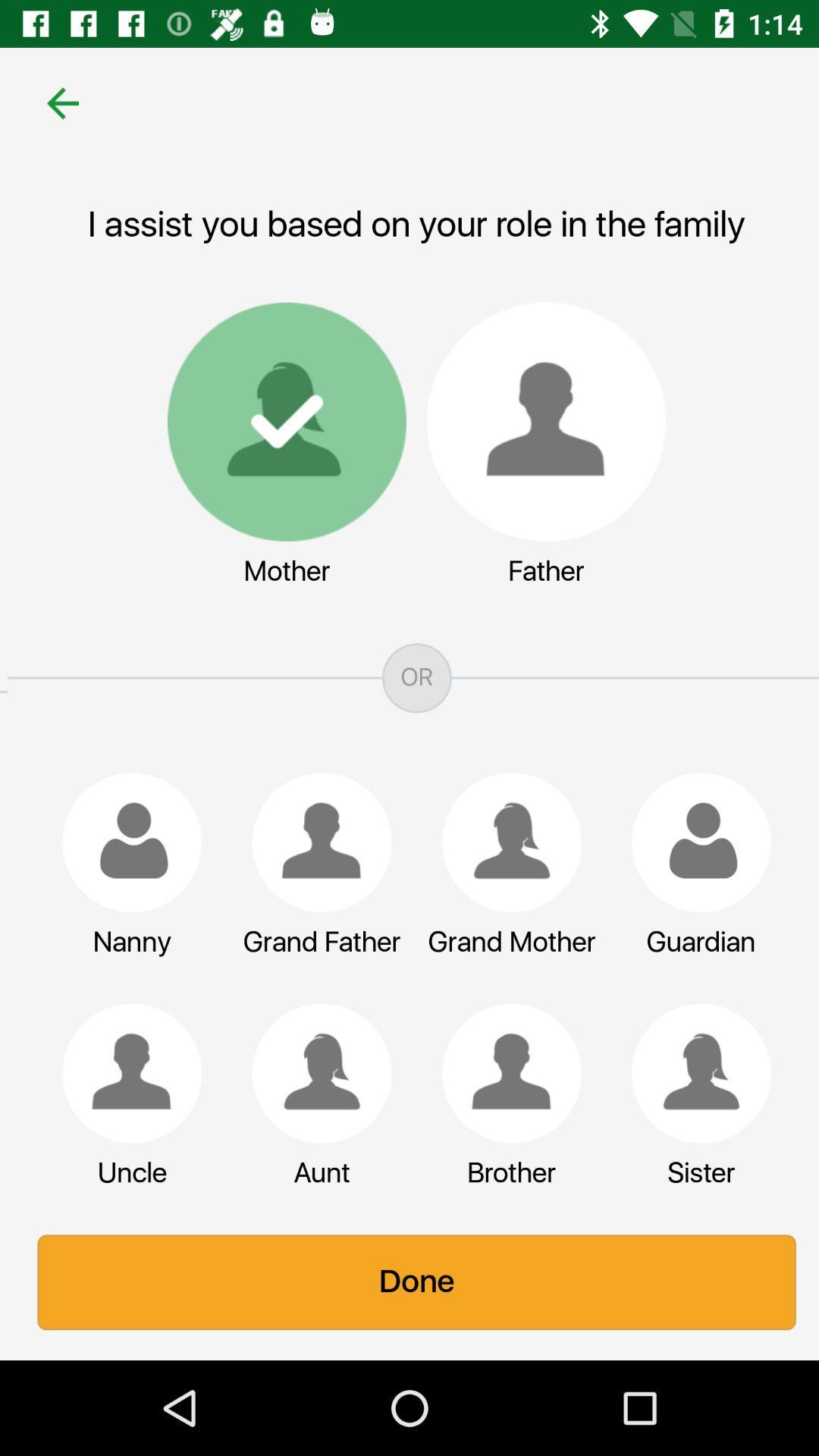  Describe the element at coordinates (314, 1072) in the screenshot. I see `the icon below grand father icon` at that location.